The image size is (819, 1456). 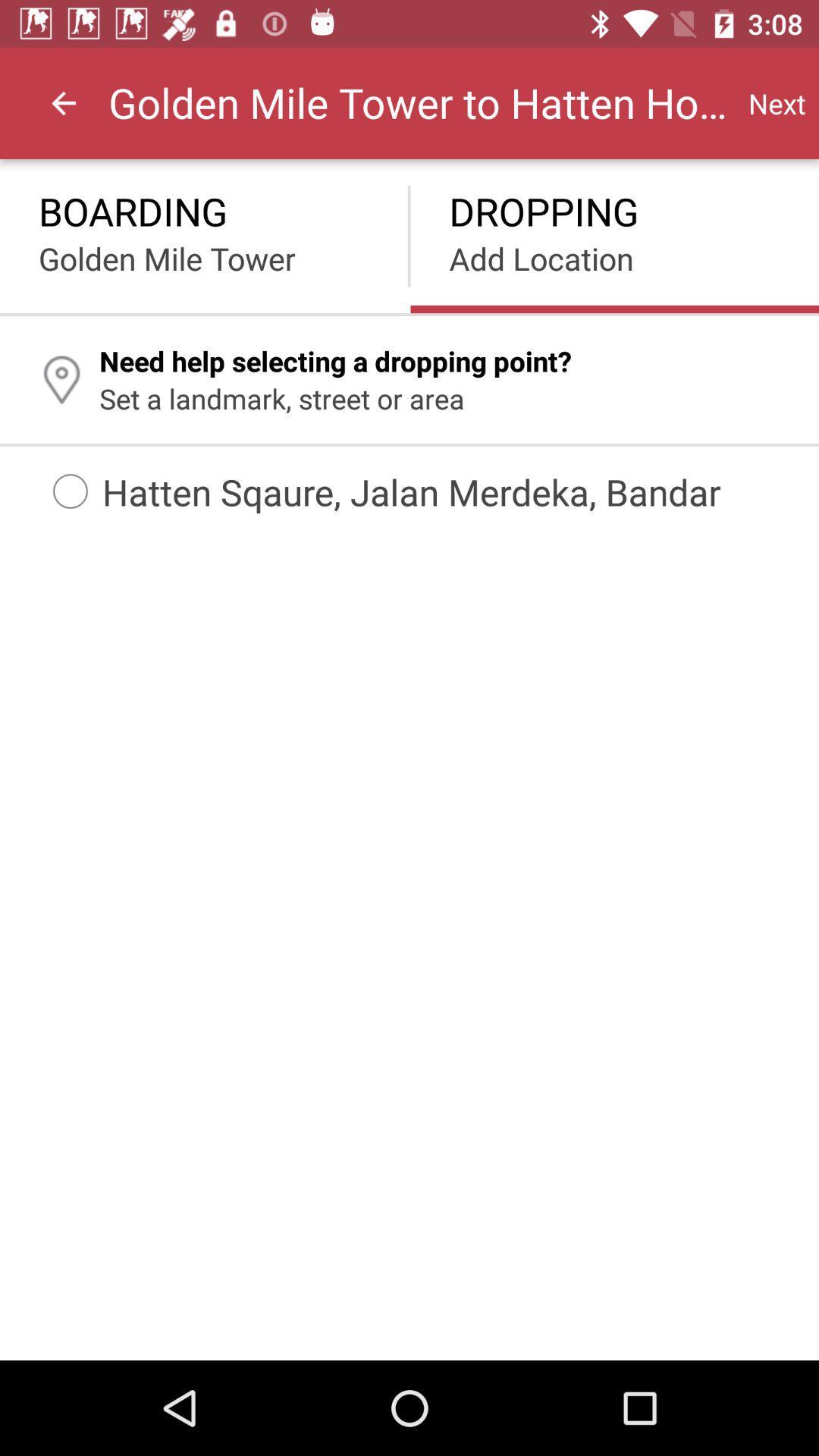 What do you see at coordinates (63, 102) in the screenshot?
I see `go back` at bounding box center [63, 102].